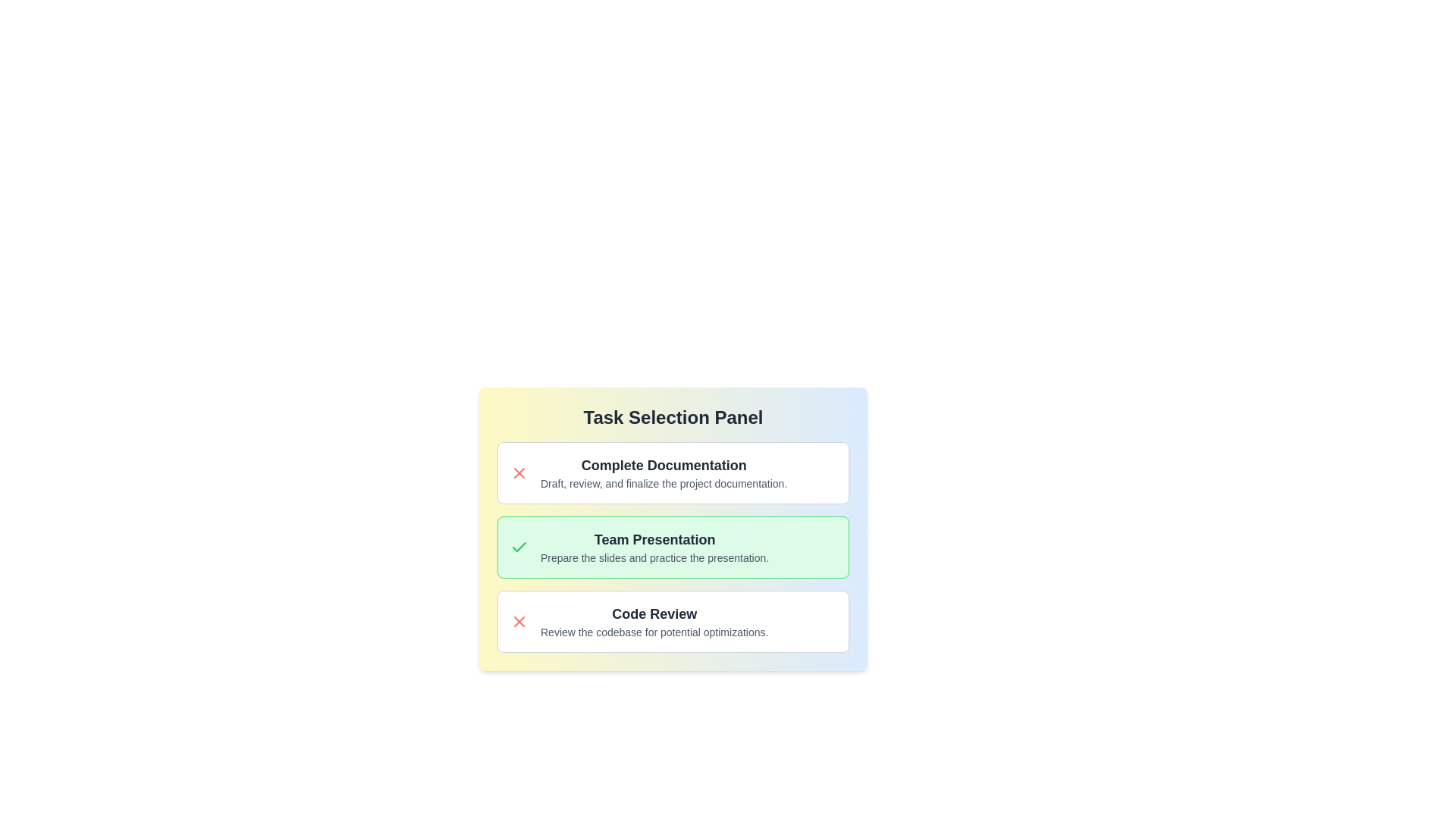  Describe the element at coordinates (664, 483) in the screenshot. I see `the descriptive text label located within the 'Complete Documentation' section, which provides context for the task` at that location.